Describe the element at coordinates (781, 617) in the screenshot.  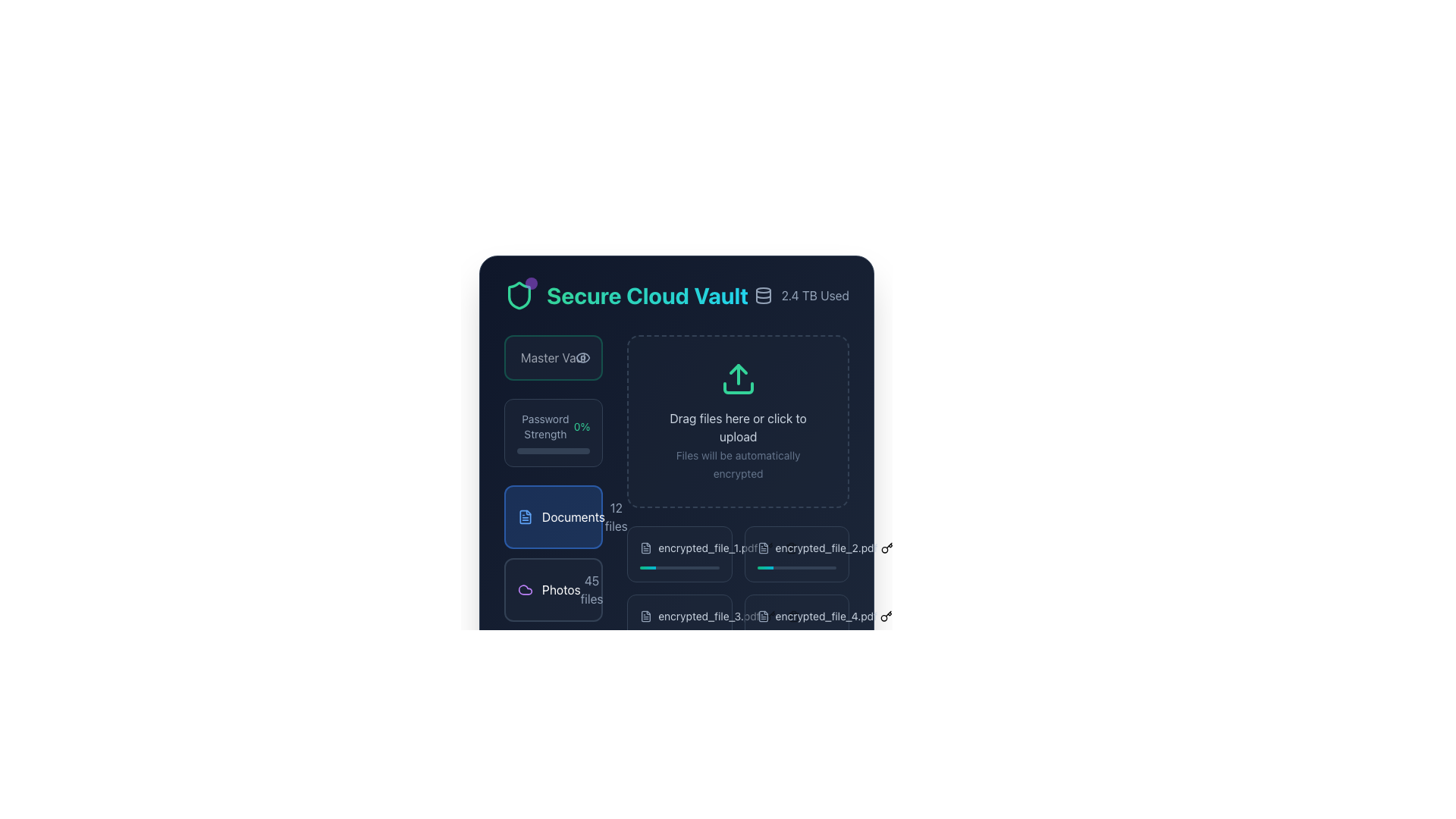
I see `the trash can icon` at that location.